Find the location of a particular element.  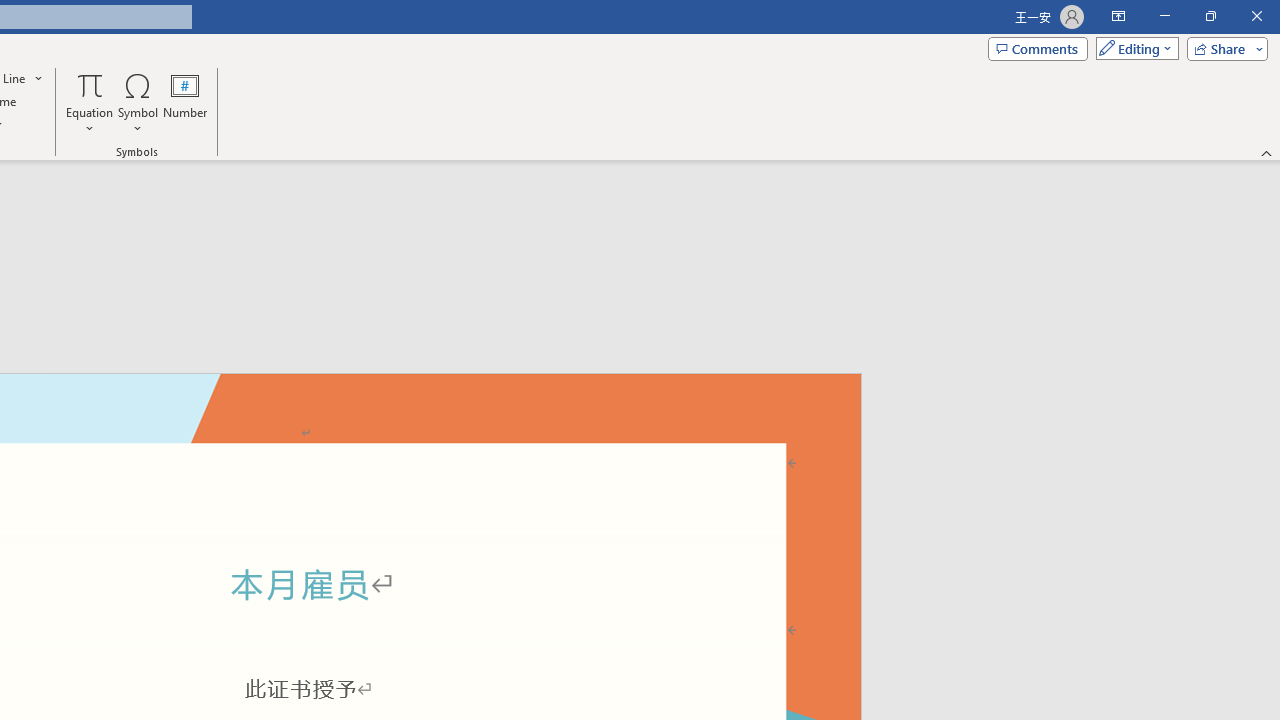

'Equation' is located at coordinates (89, 84).